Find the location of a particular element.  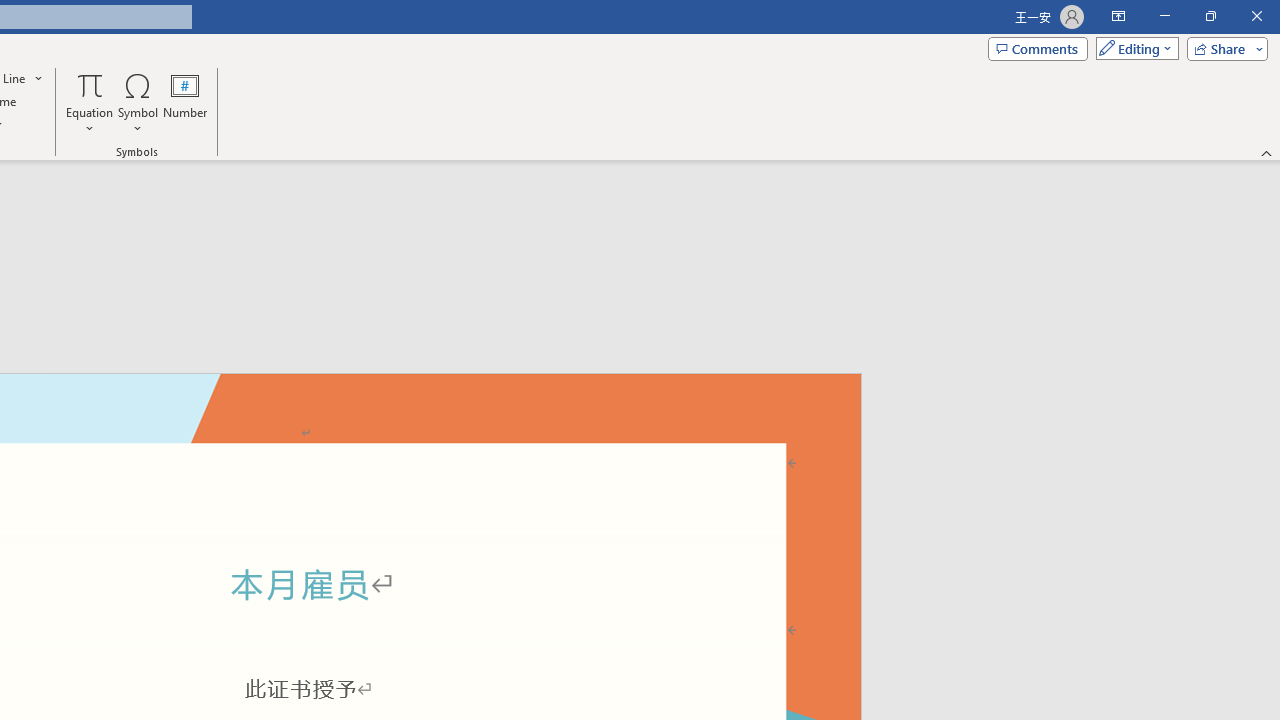

'Equation' is located at coordinates (89, 84).